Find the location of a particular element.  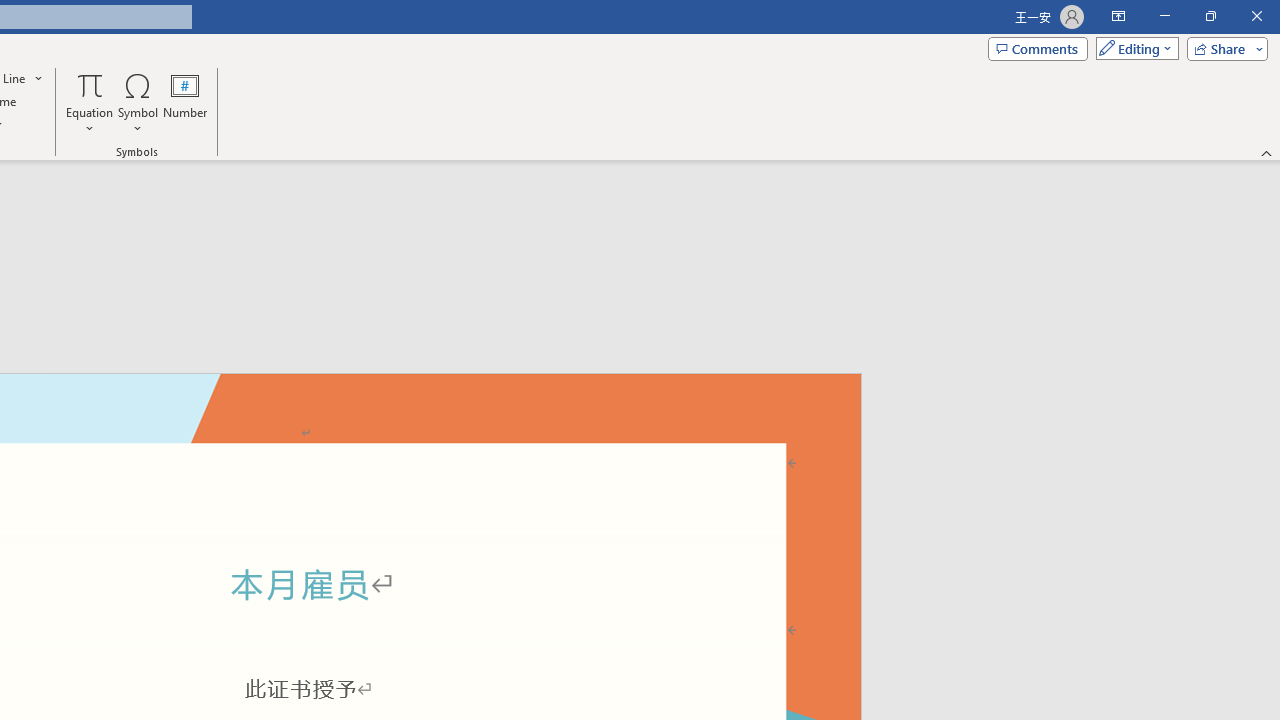

'Equation' is located at coordinates (89, 84).